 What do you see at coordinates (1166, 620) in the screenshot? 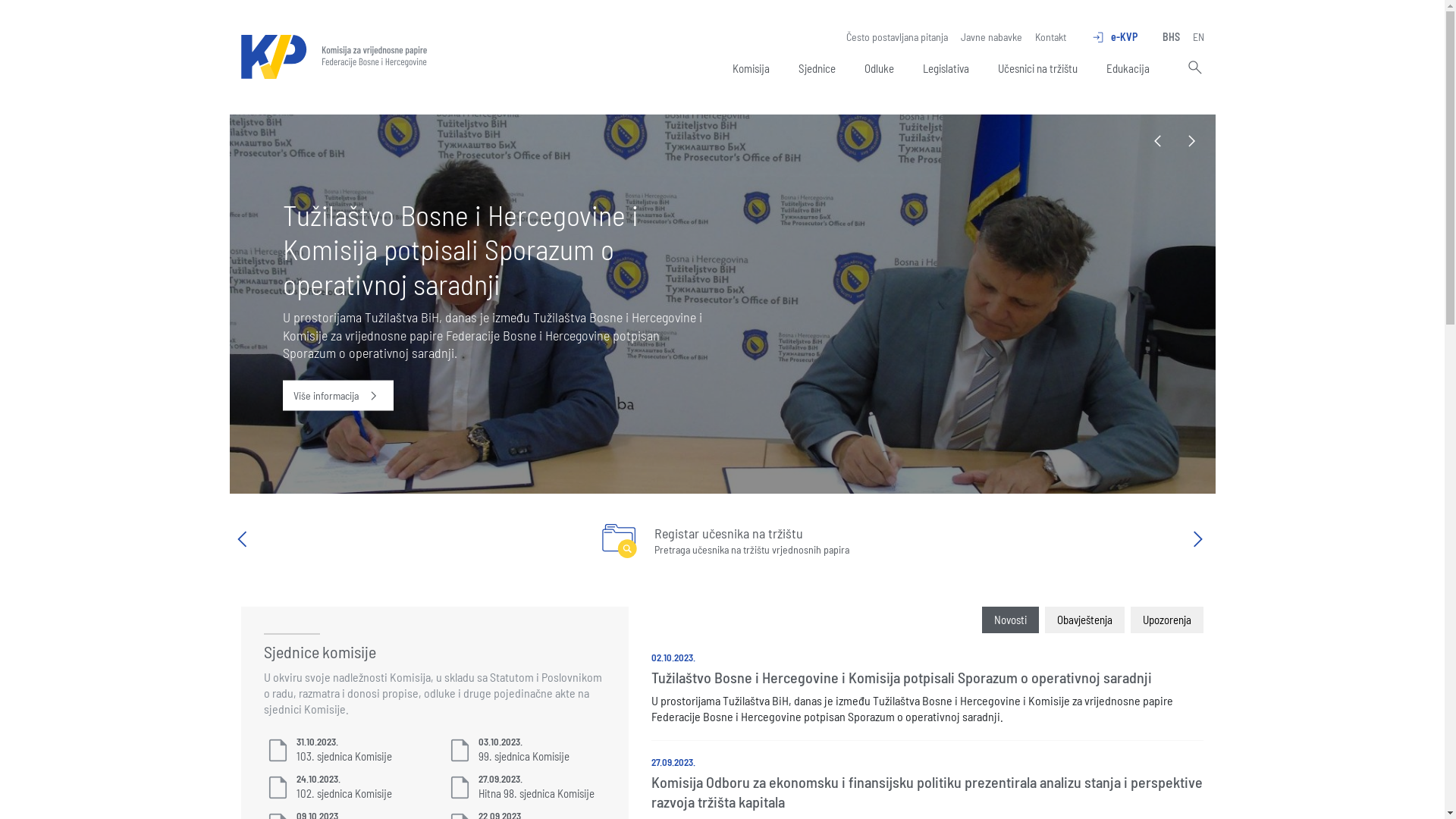
I see `'Upozorenja'` at bounding box center [1166, 620].